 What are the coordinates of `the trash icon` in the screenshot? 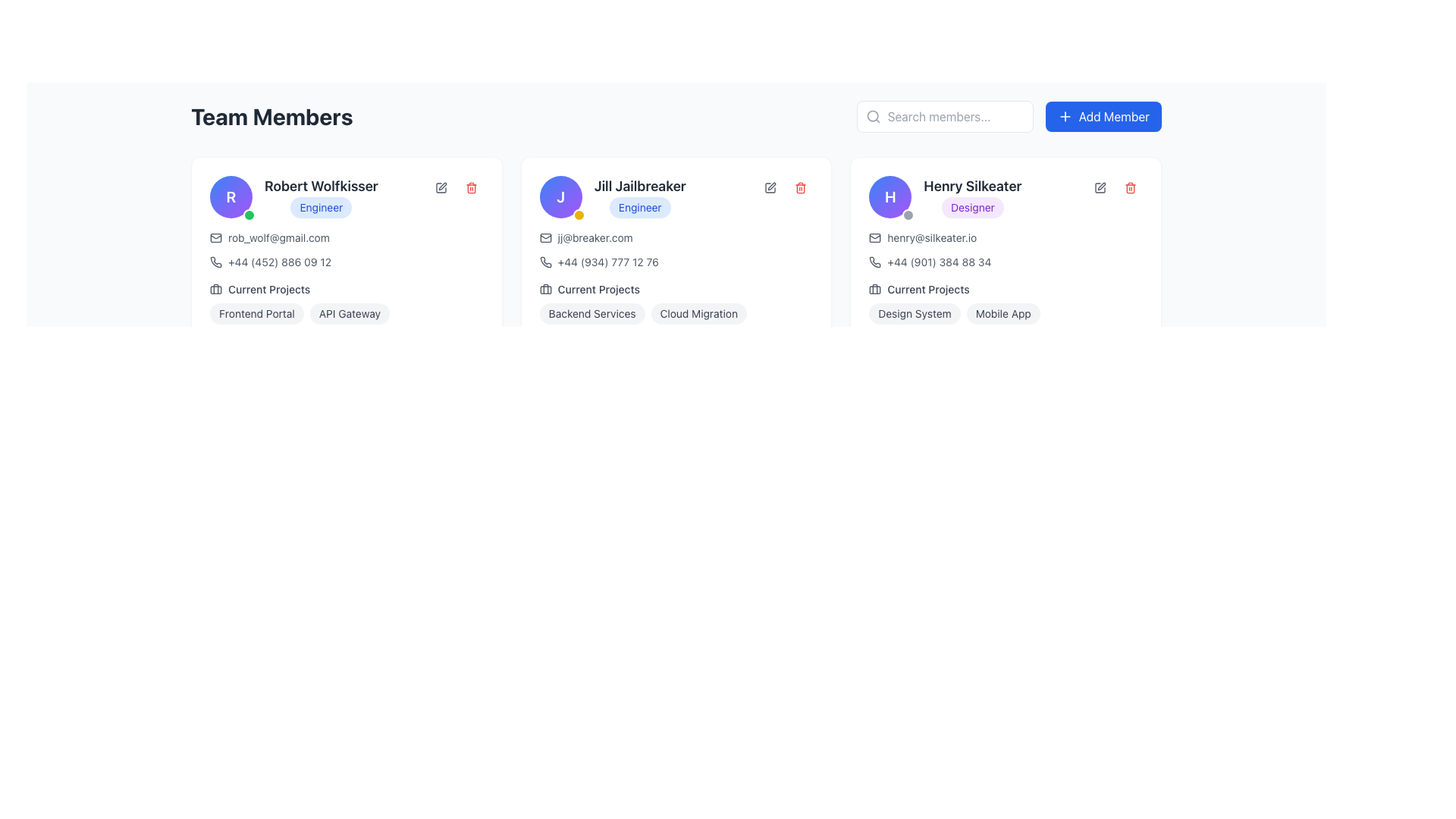 It's located at (470, 187).